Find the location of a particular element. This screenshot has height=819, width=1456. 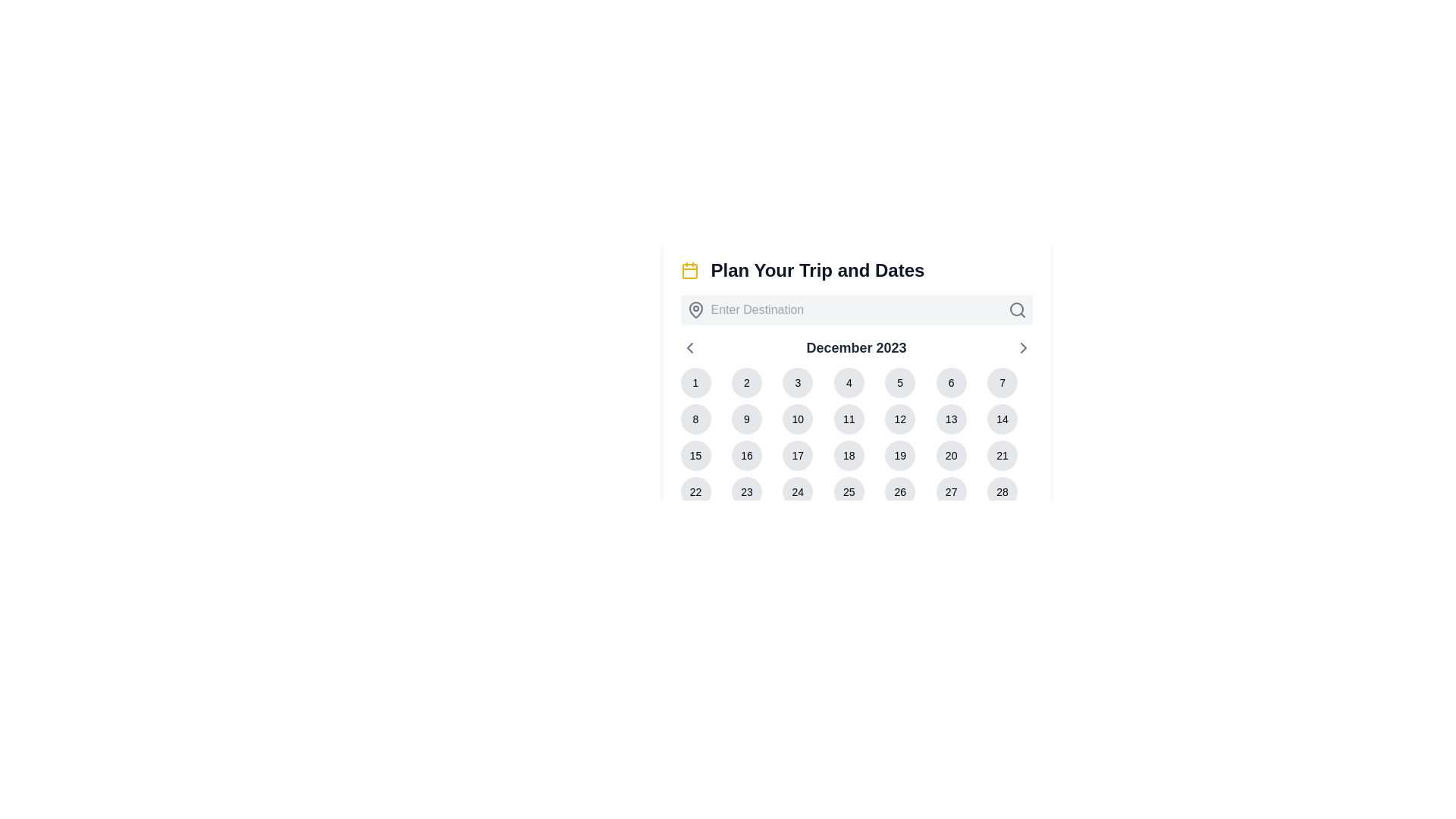

the calendar icon located at the top left corner of the 'Plan Your Trip and Dates' header is located at coordinates (689, 270).